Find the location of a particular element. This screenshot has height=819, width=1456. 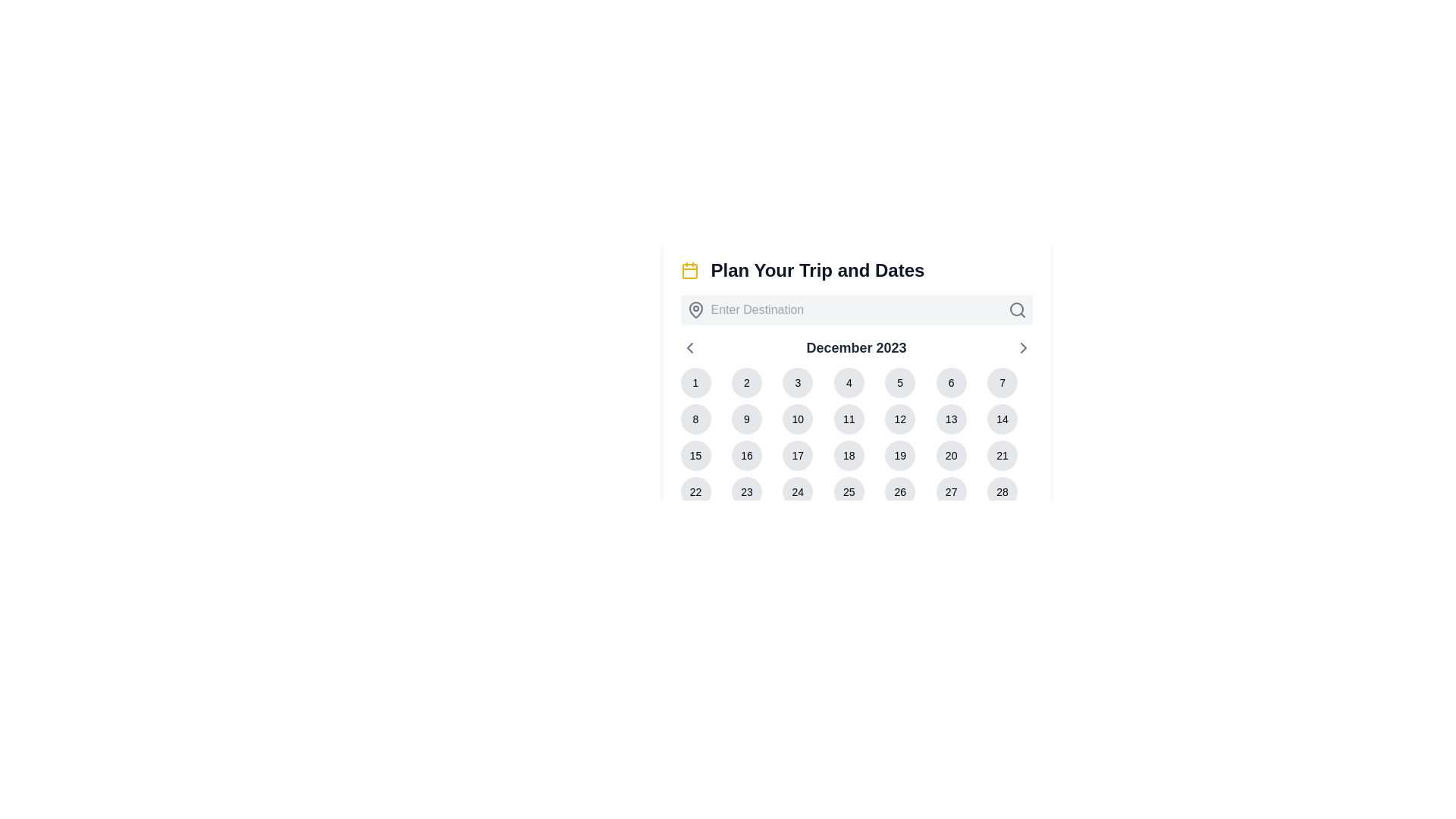

the calendar icon located at the top left corner of the 'Plan Your Trip and Dates' header is located at coordinates (689, 270).